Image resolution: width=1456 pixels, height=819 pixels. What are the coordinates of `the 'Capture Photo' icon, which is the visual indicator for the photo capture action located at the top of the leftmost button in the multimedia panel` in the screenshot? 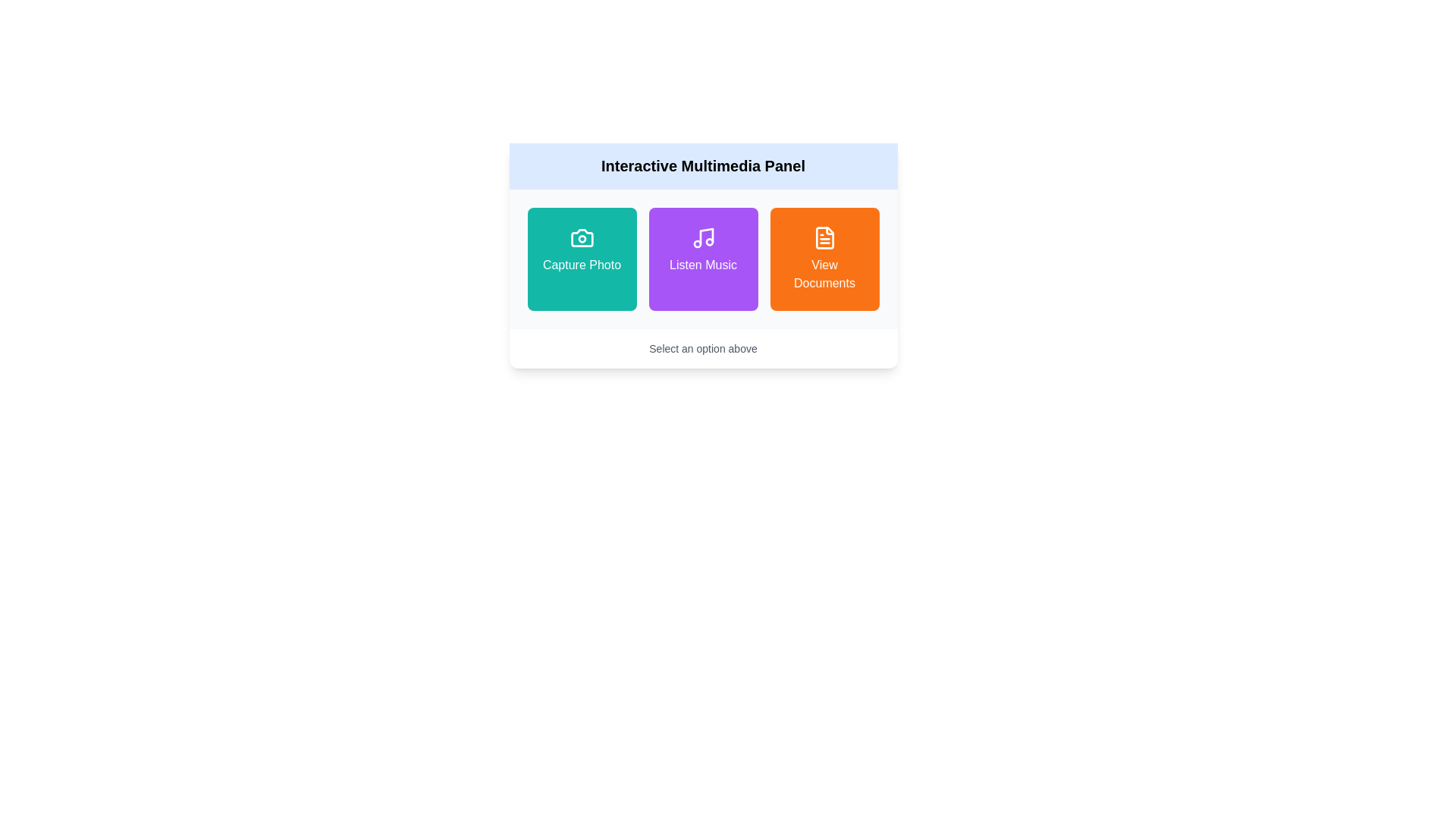 It's located at (581, 237).